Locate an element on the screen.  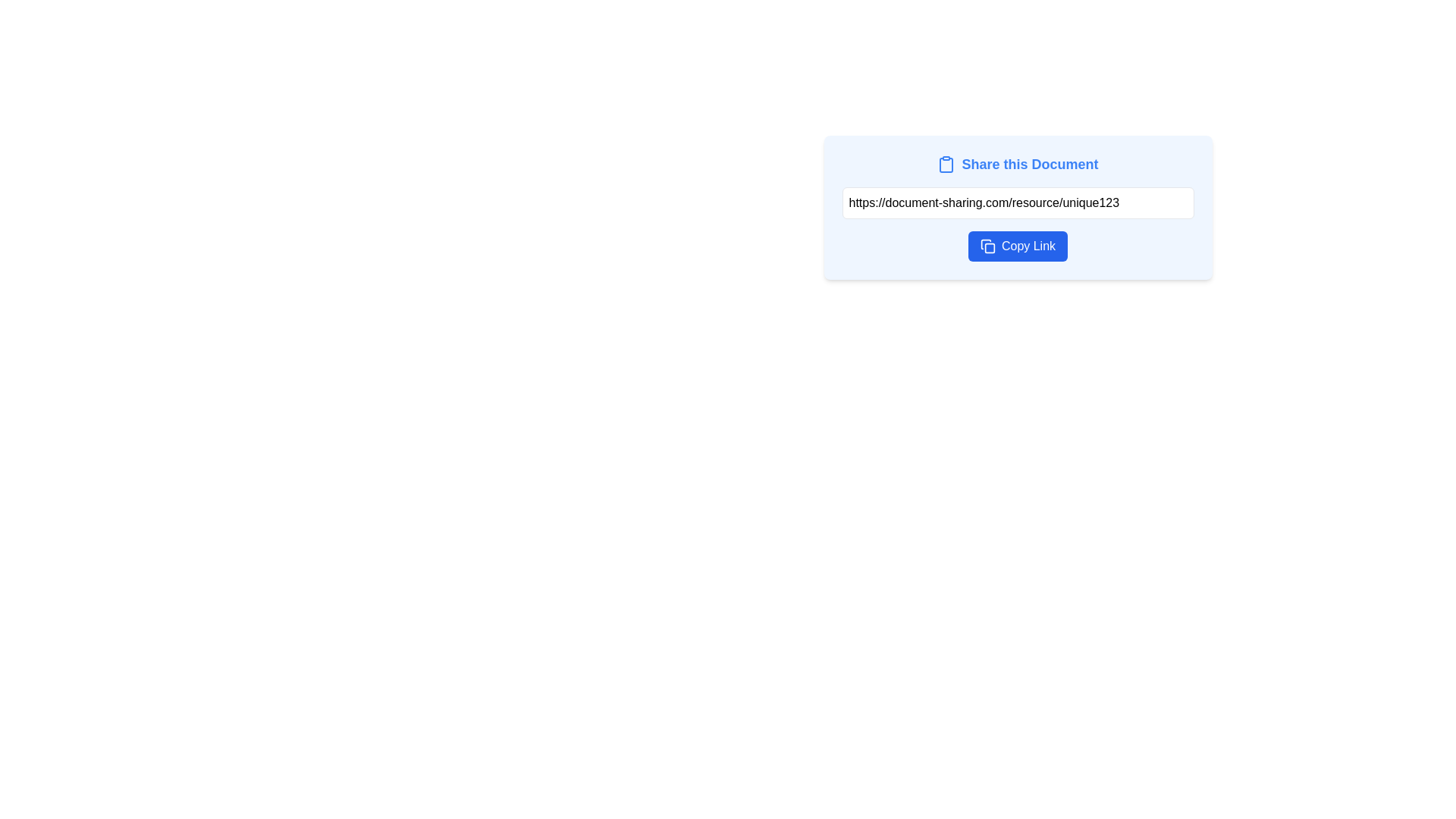
the clipboard icon, which has a minimalistic design featuring an outer rectangular frame and an inner clip element, located near the top-left corner of the share button area is located at coordinates (946, 165).